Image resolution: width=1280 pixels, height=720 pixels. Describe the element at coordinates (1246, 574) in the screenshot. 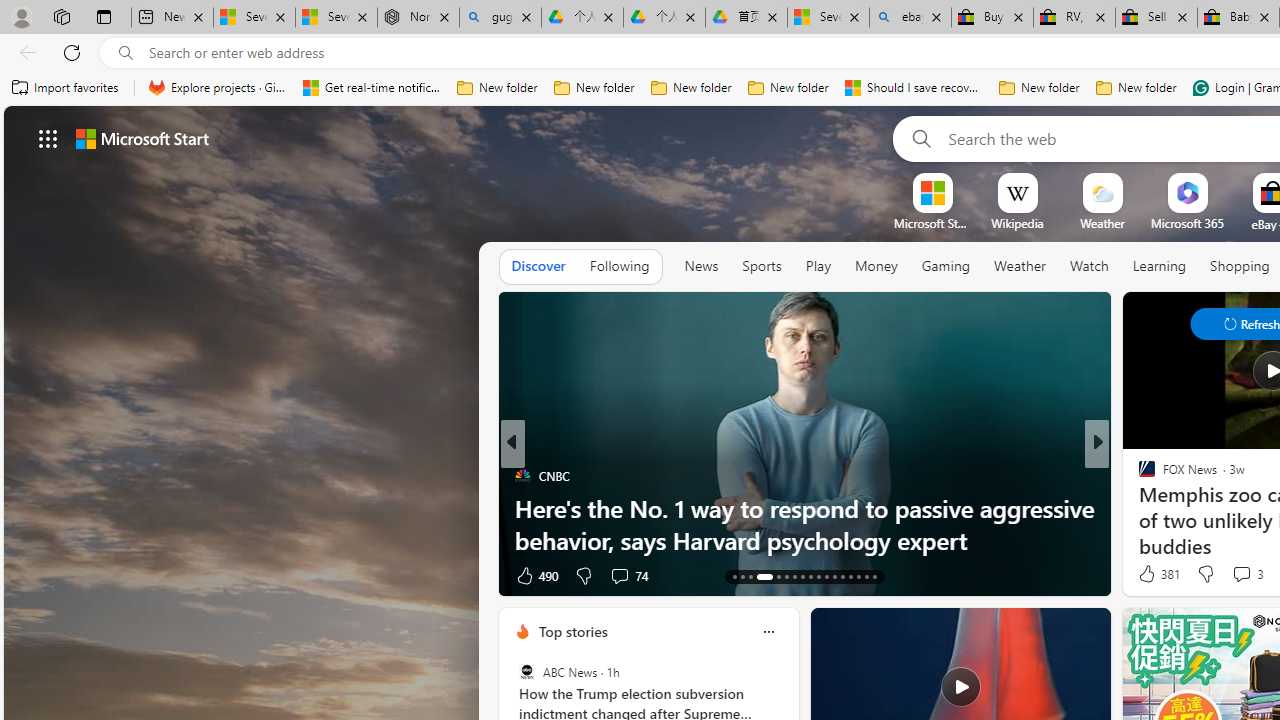

I see `'View comments 3 Comment'` at that location.